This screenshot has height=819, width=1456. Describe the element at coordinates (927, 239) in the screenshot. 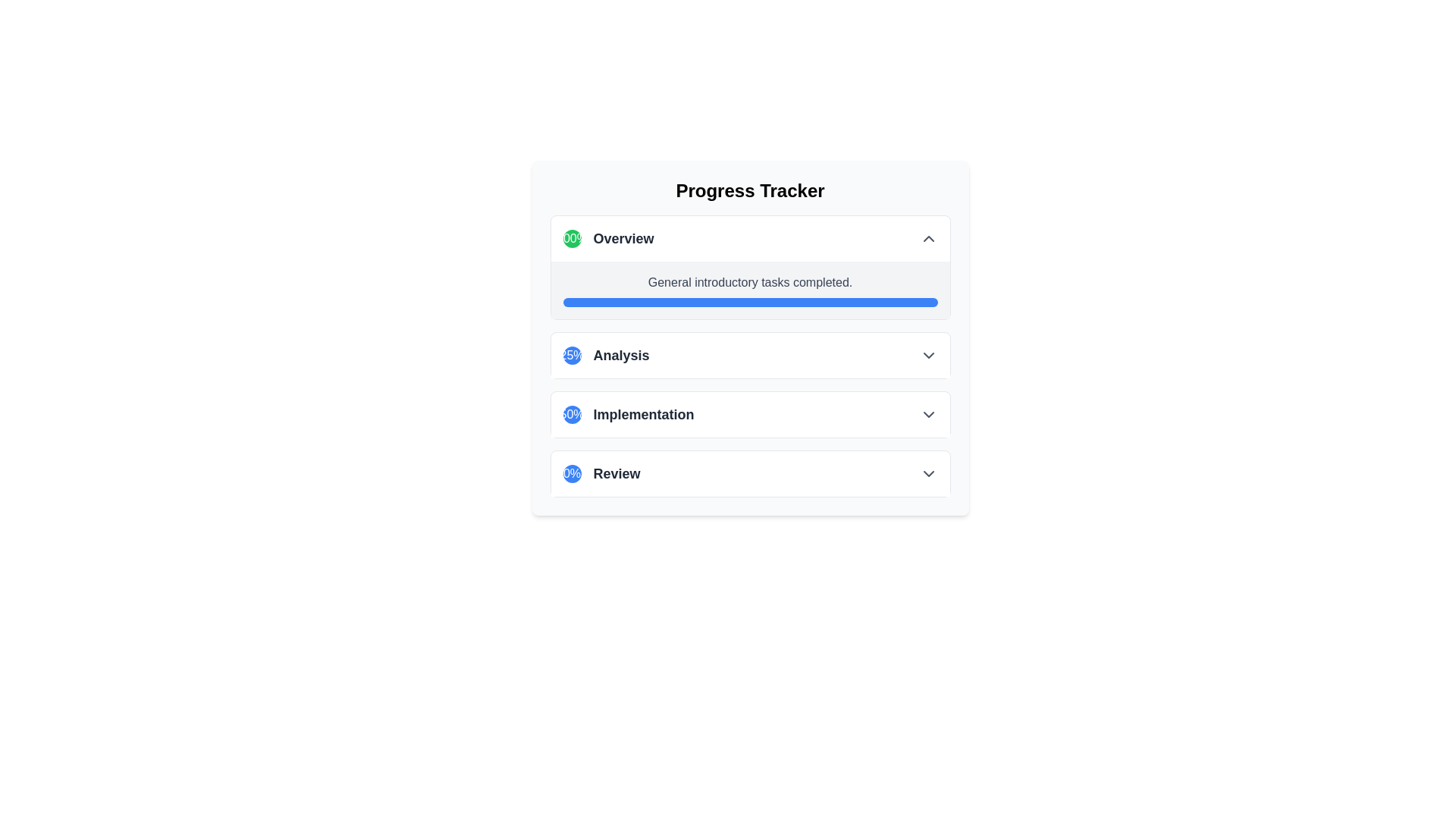

I see `the icon button used to toggle the visibility of the 'Overview' section in the 'Progress Tracker' for keyboard navigation` at that location.